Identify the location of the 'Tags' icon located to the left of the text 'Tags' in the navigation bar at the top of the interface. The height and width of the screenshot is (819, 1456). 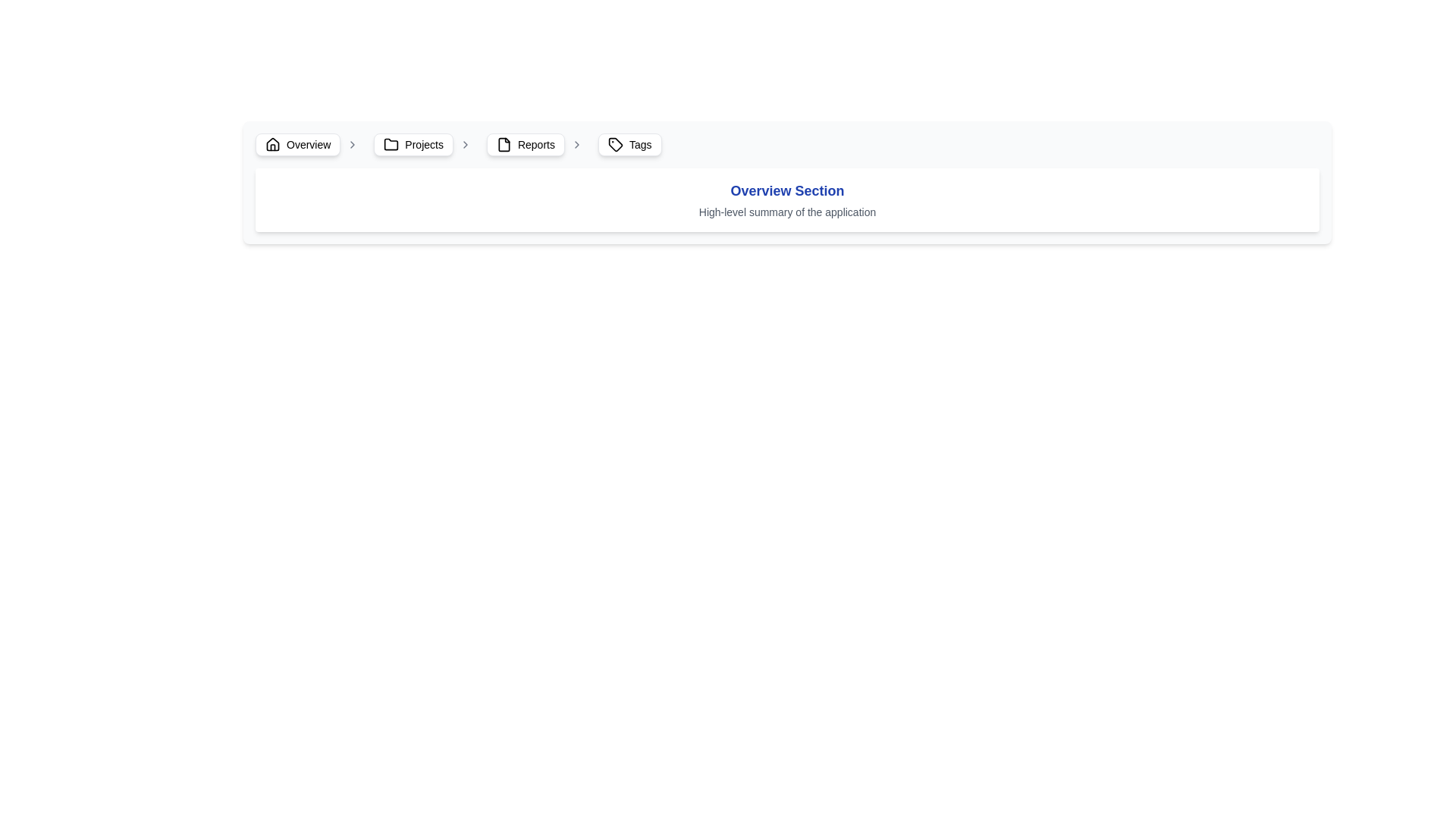
(615, 145).